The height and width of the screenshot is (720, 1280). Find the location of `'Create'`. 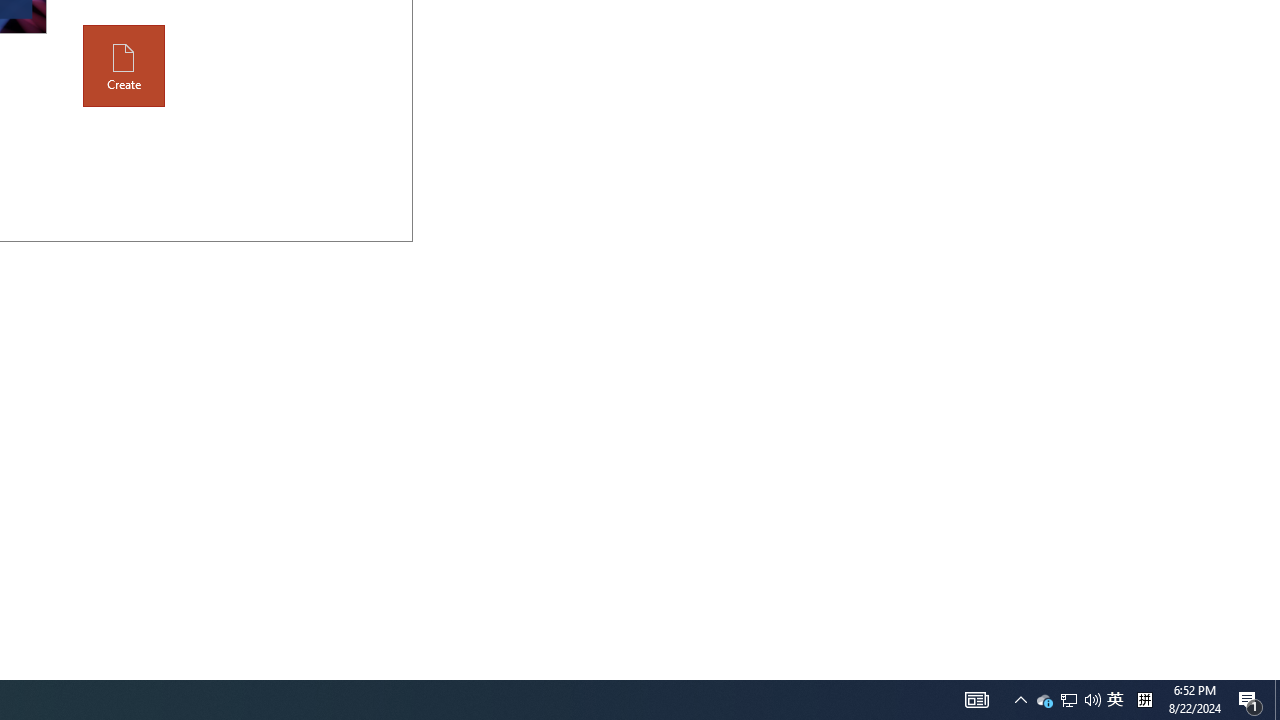

'Create' is located at coordinates (123, 65).